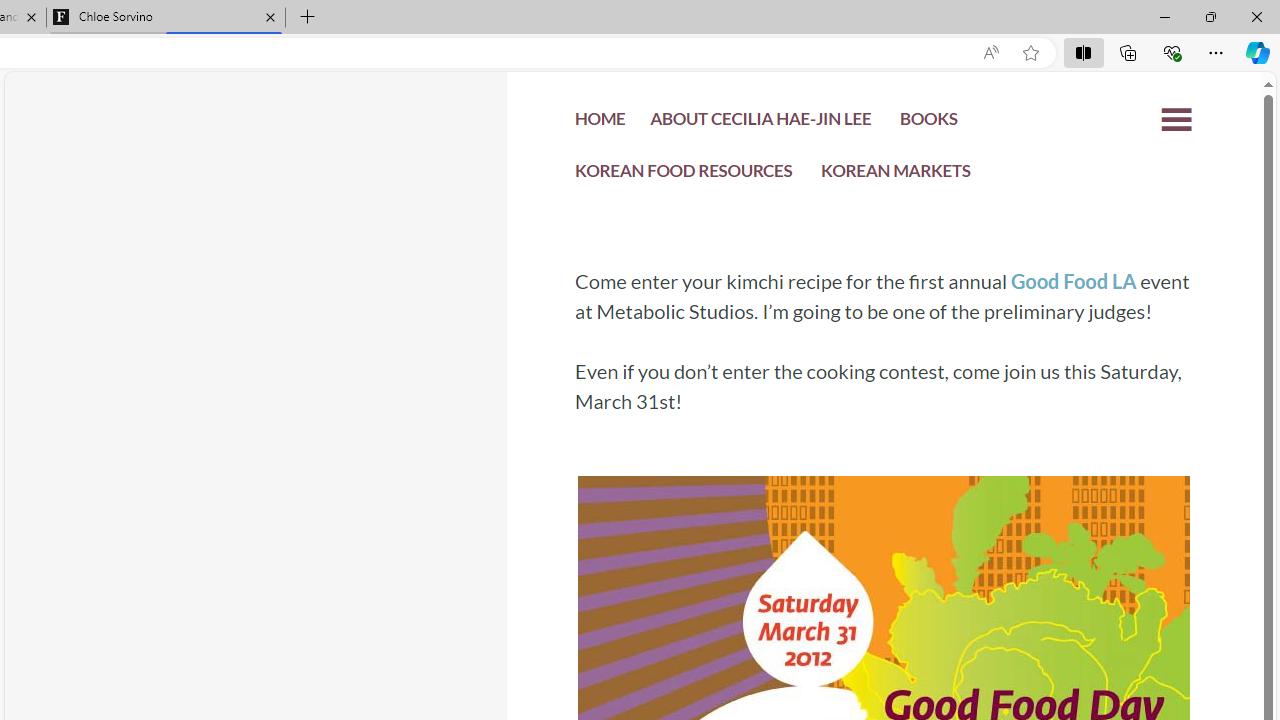 The width and height of the screenshot is (1280, 720). Describe the element at coordinates (895, 175) in the screenshot. I see `'KOREAN MARKETS'` at that location.